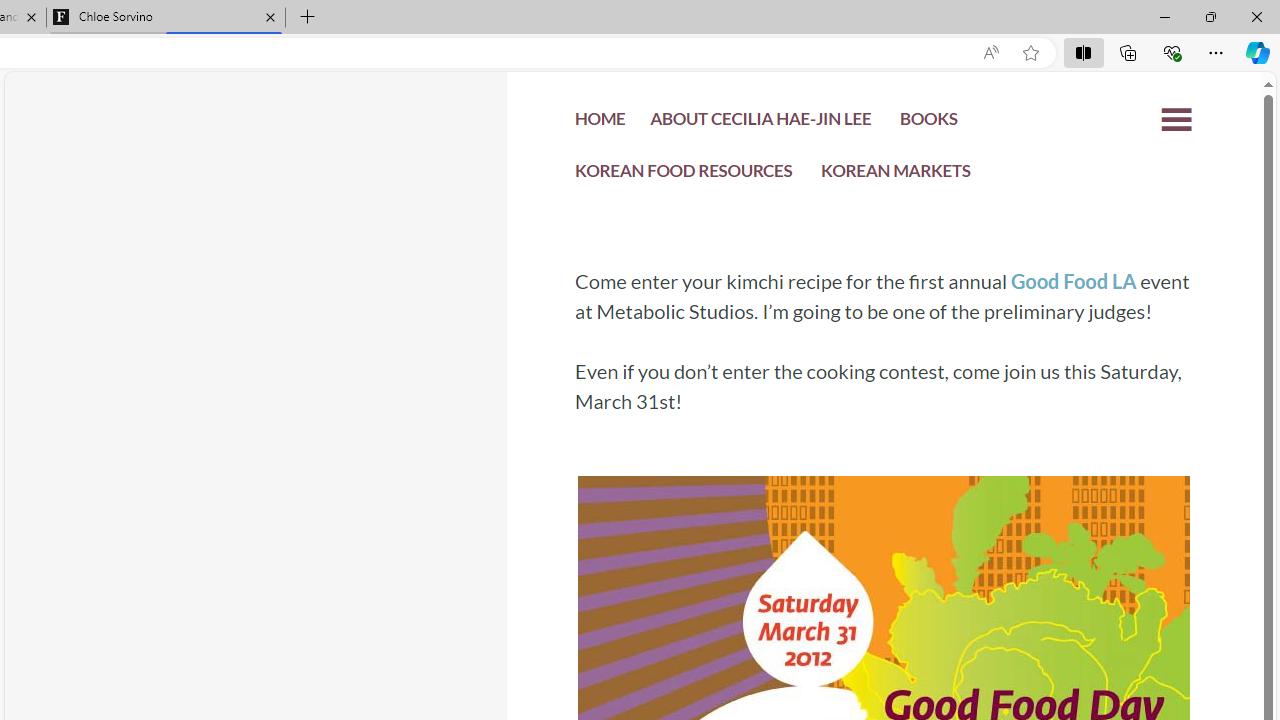 The width and height of the screenshot is (1280, 720). Describe the element at coordinates (895, 175) in the screenshot. I see `'KOREAN MARKETS'` at that location.